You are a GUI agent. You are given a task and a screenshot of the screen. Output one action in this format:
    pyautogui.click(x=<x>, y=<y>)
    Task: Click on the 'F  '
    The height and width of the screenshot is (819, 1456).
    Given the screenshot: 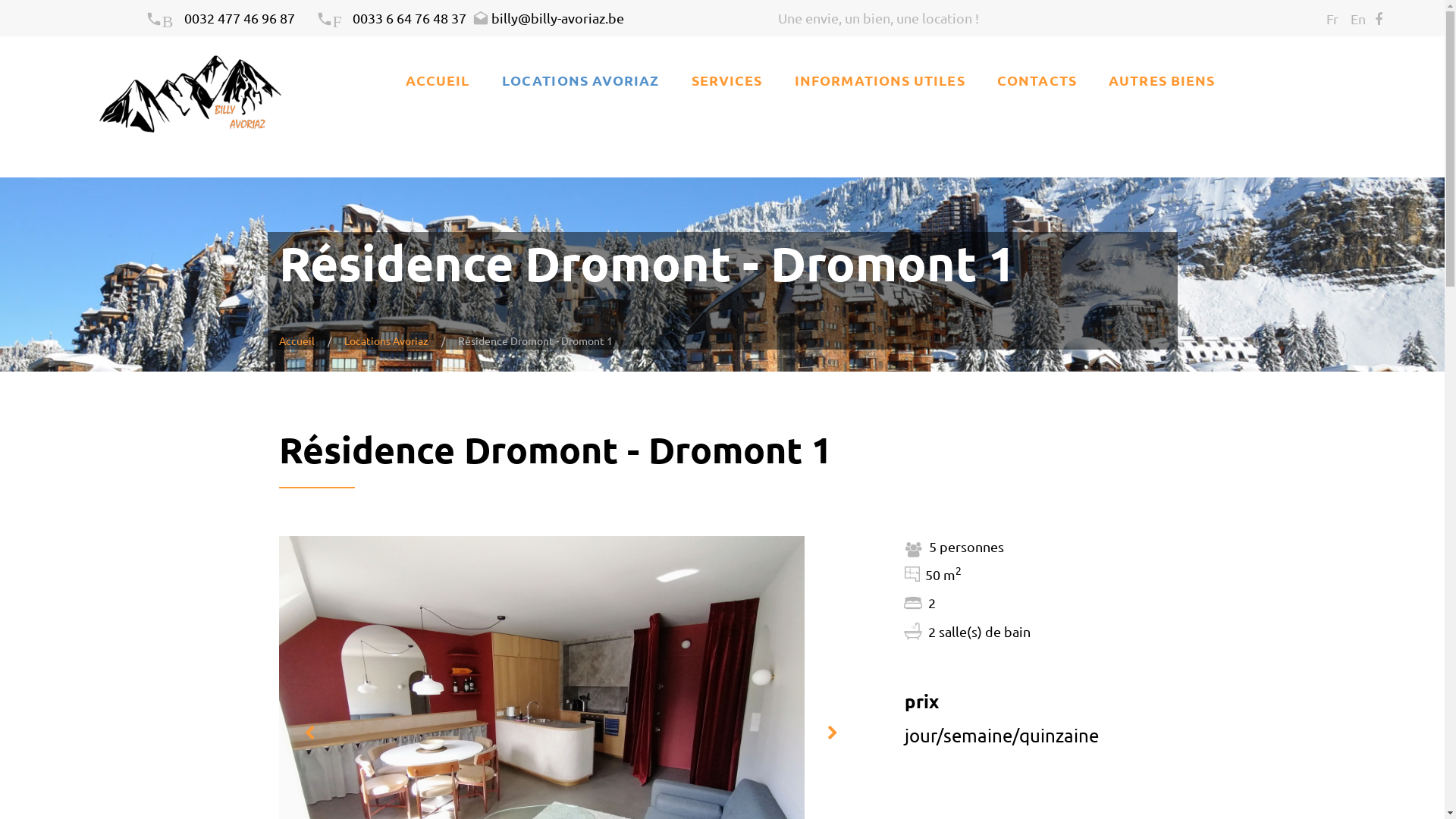 What is the action you would take?
    pyautogui.click(x=333, y=17)
    